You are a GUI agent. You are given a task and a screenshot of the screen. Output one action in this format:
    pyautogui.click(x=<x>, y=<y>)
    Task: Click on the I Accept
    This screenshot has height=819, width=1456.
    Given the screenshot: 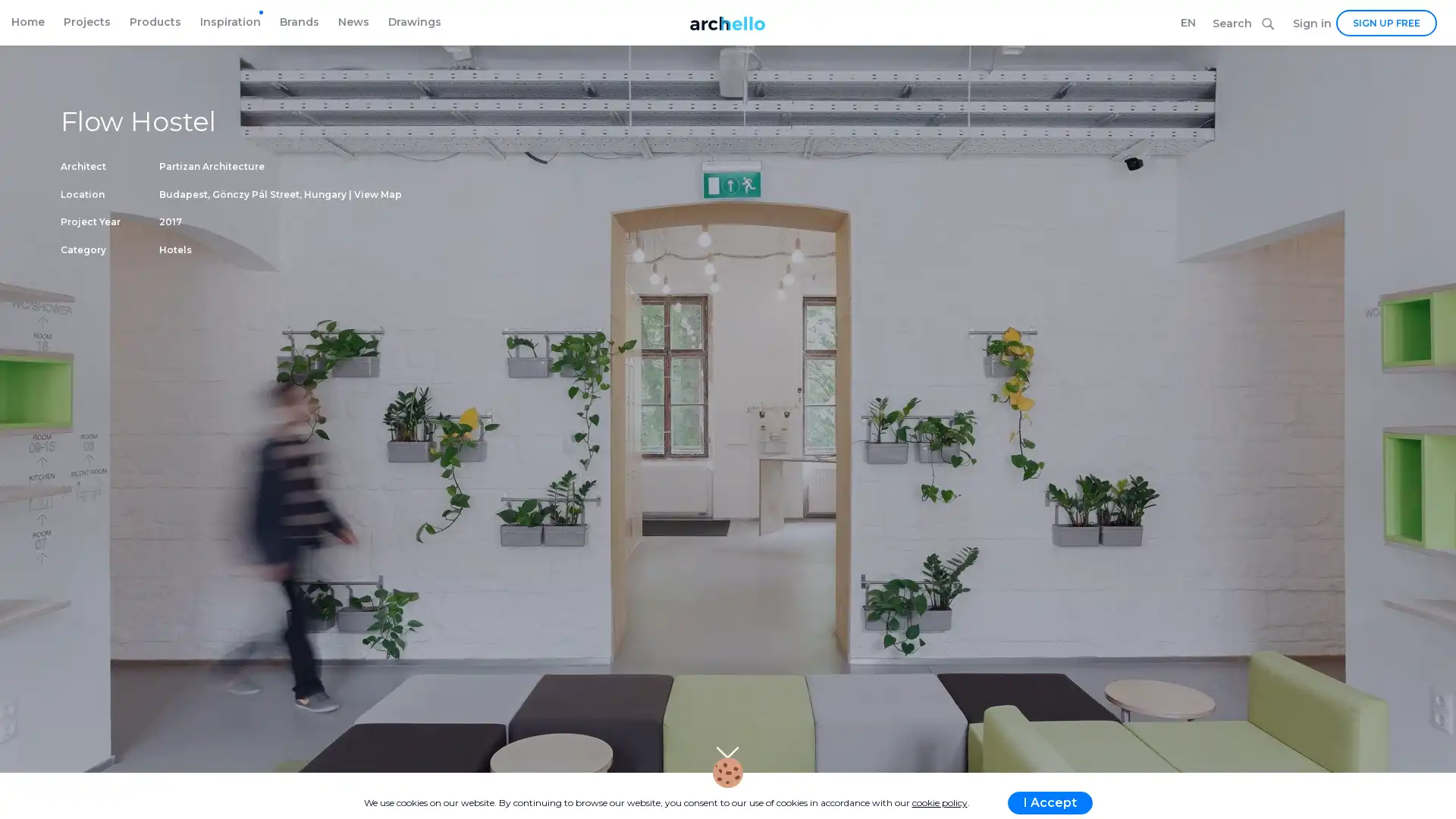 What is the action you would take?
    pyautogui.click(x=1048, y=802)
    